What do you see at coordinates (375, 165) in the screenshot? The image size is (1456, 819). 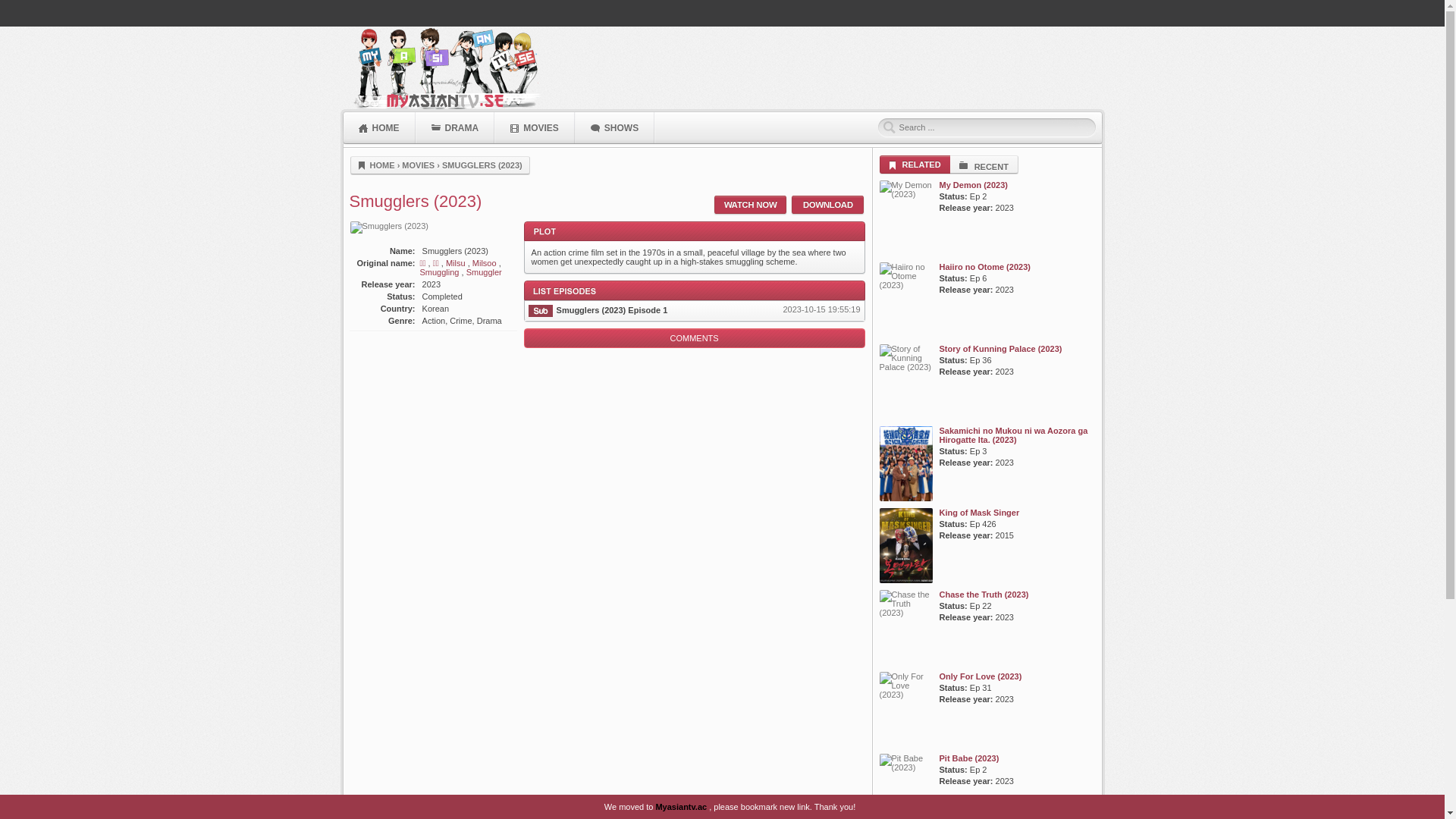 I see `'HOME'` at bounding box center [375, 165].